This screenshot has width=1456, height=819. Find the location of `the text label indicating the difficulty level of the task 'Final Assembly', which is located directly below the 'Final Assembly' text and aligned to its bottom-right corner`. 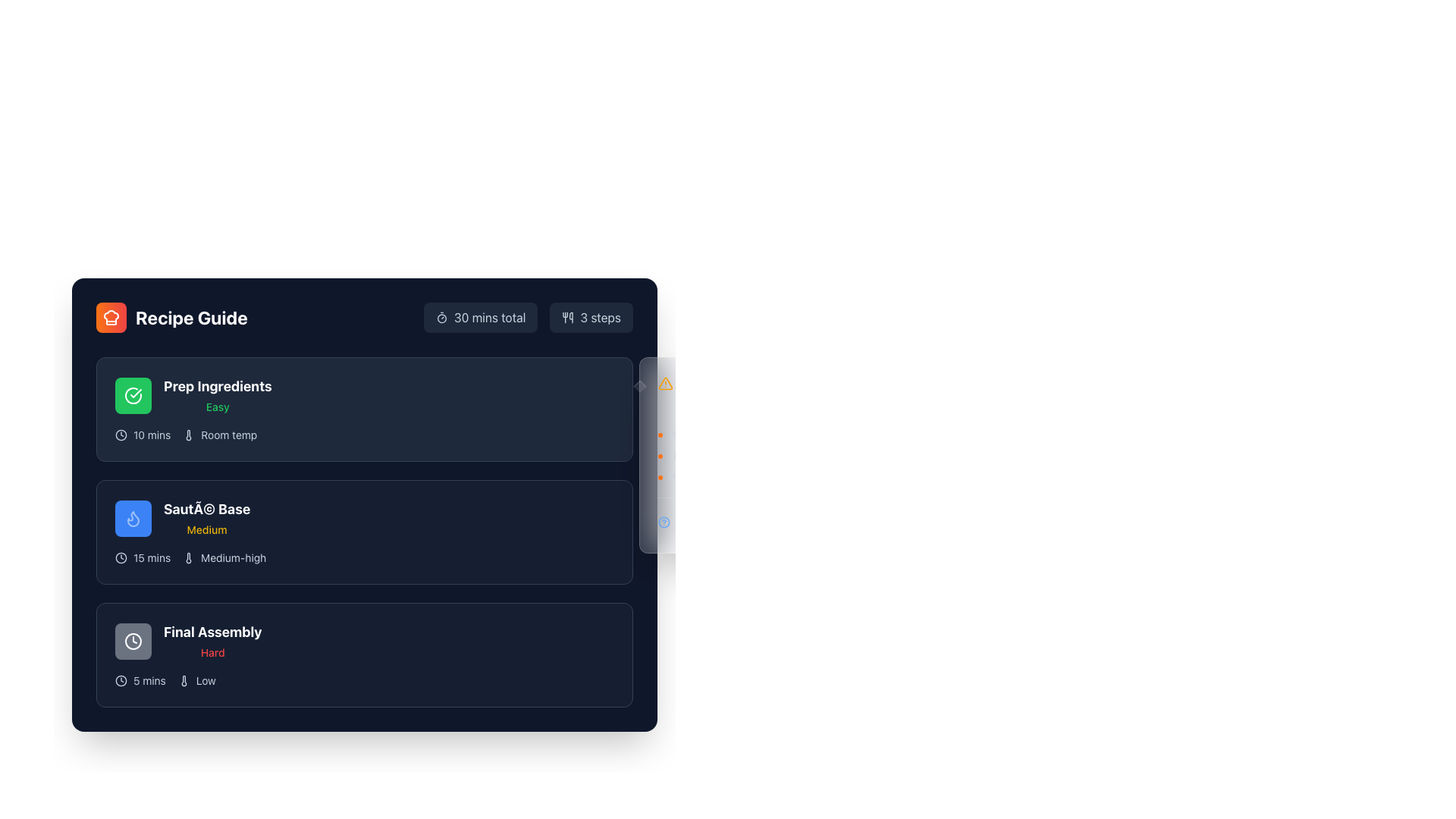

the text label indicating the difficulty level of the task 'Final Assembly', which is located directly below the 'Final Assembly' text and aligned to its bottom-right corner is located at coordinates (212, 651).